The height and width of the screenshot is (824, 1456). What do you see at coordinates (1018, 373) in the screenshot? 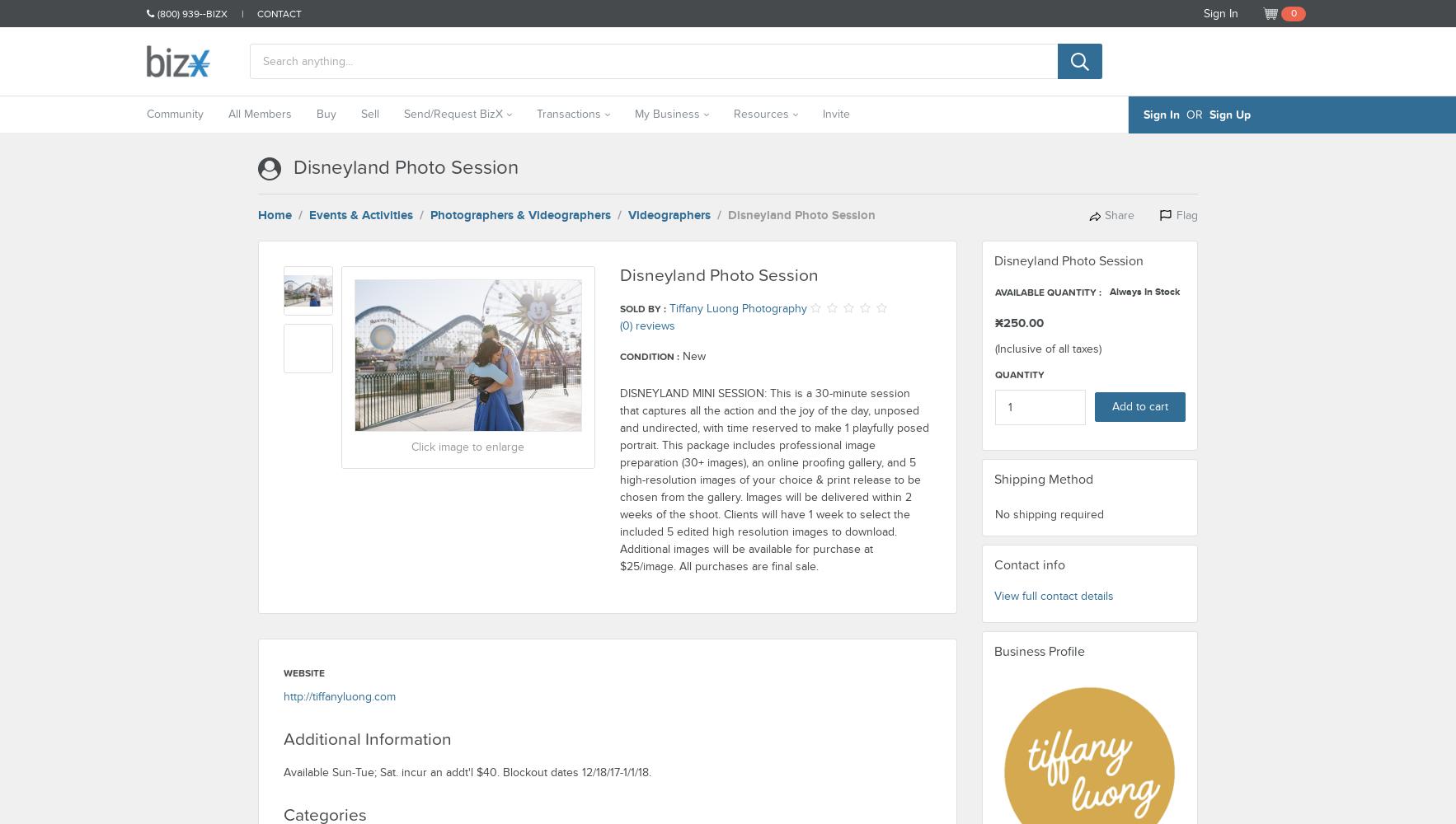
I see `'Quantity'` at bounding box center [1018, 373].